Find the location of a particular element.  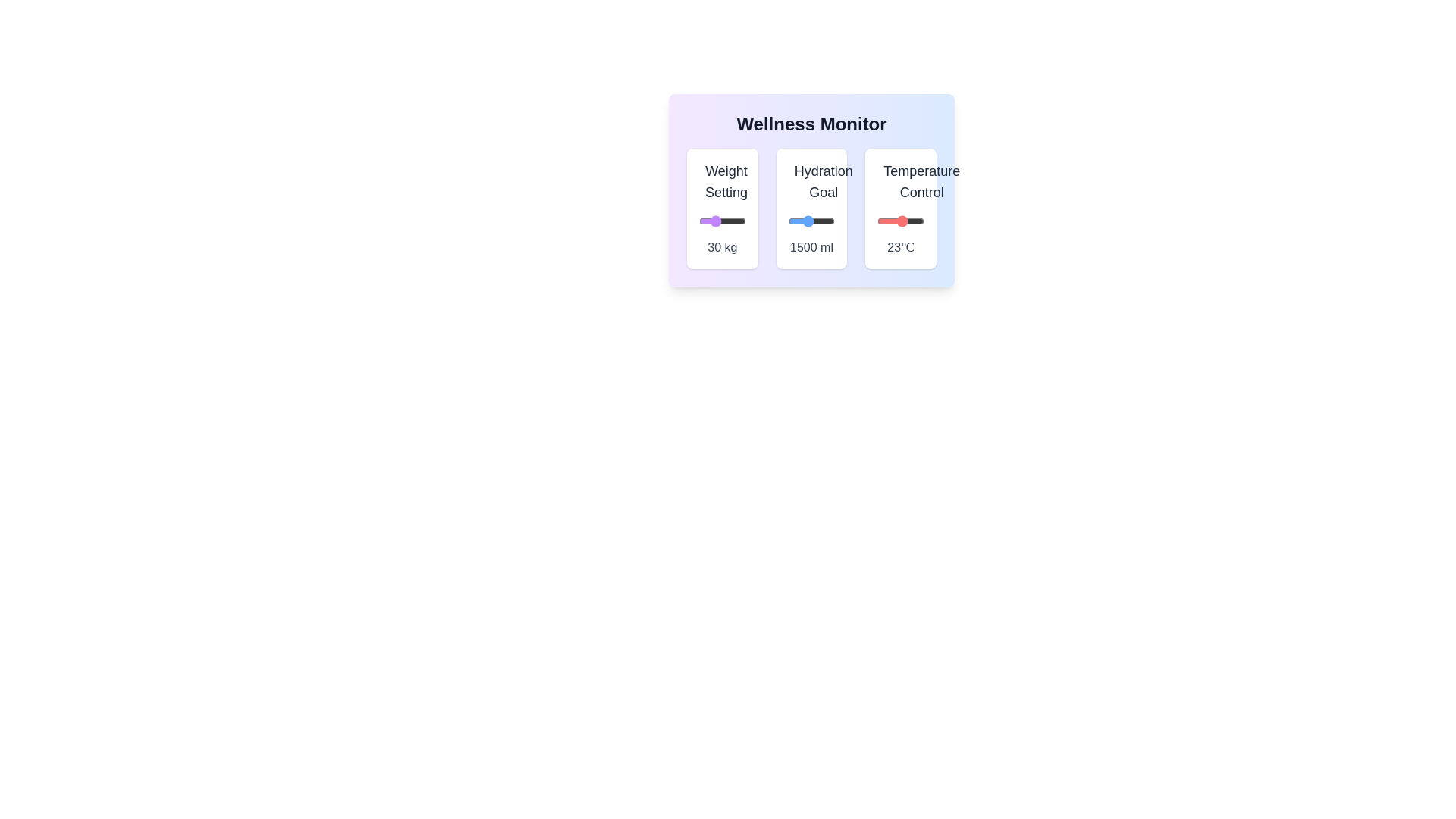

hydration goal is located at coordinates (817, 221).